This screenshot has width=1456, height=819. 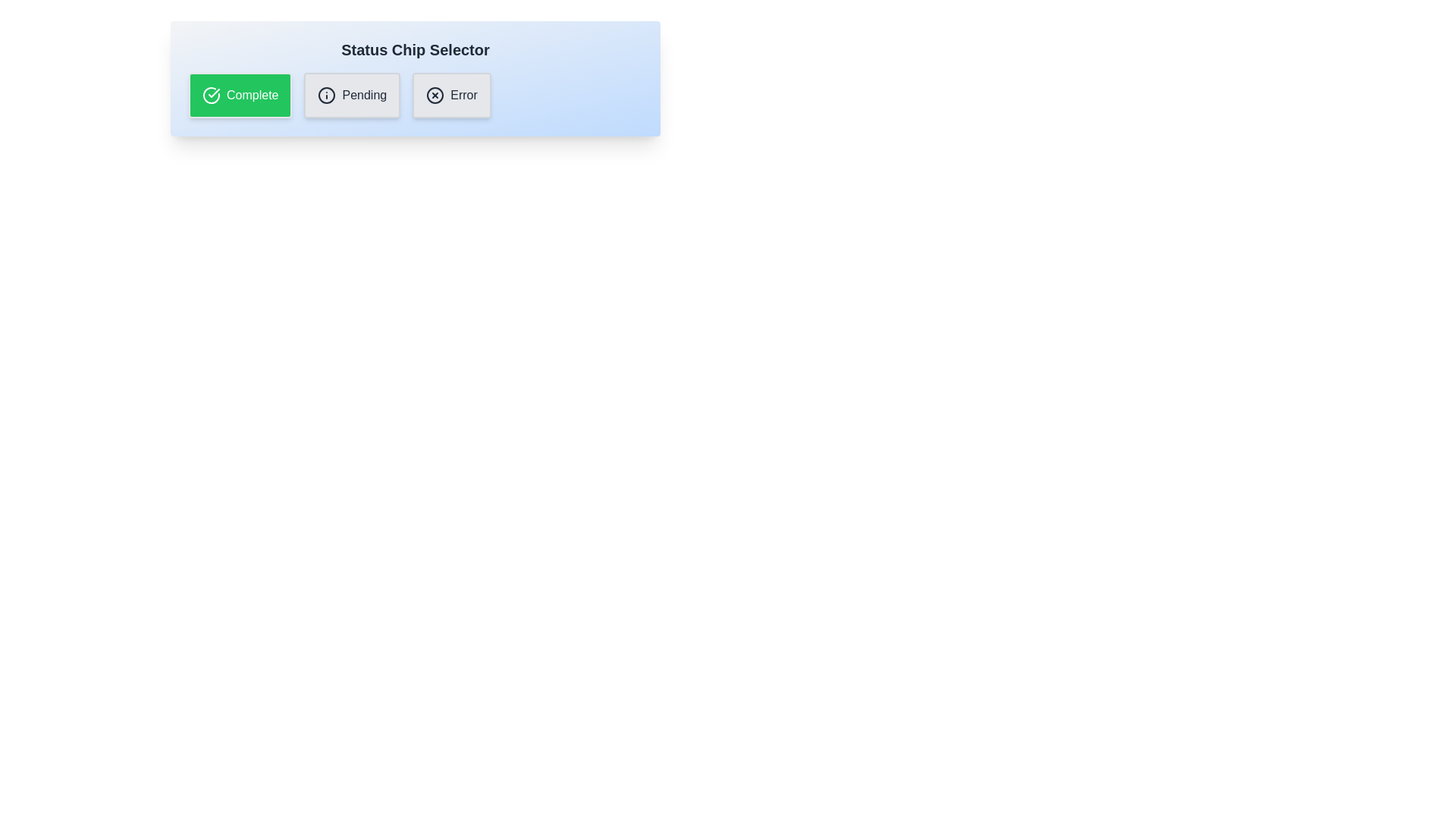 I want to click on the status chip labeled Pending, so click(x=352, y=96).